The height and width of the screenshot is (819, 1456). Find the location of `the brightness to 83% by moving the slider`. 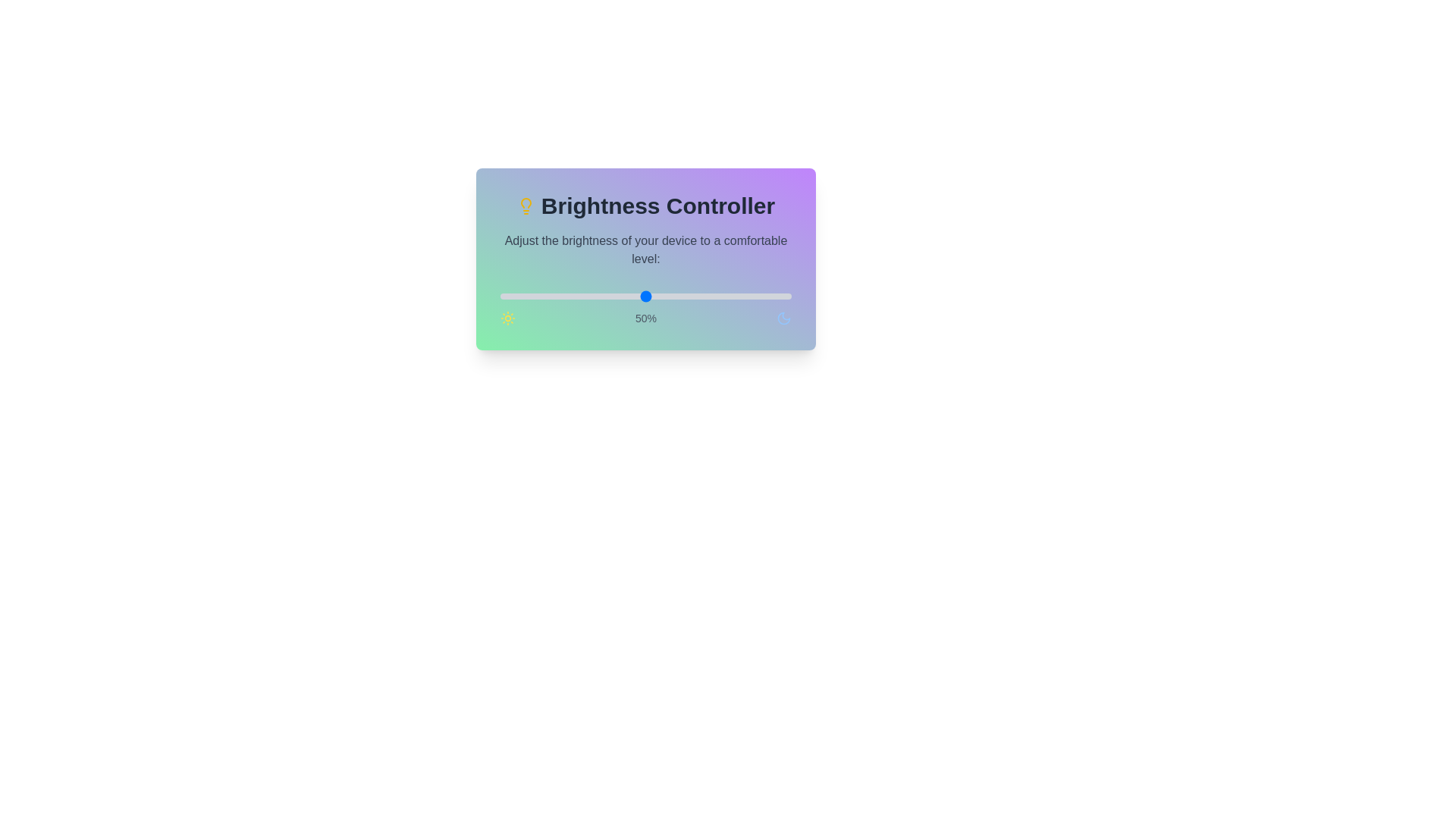

the brightness to 83% by moving the slider is located at coordinates (742, 296).